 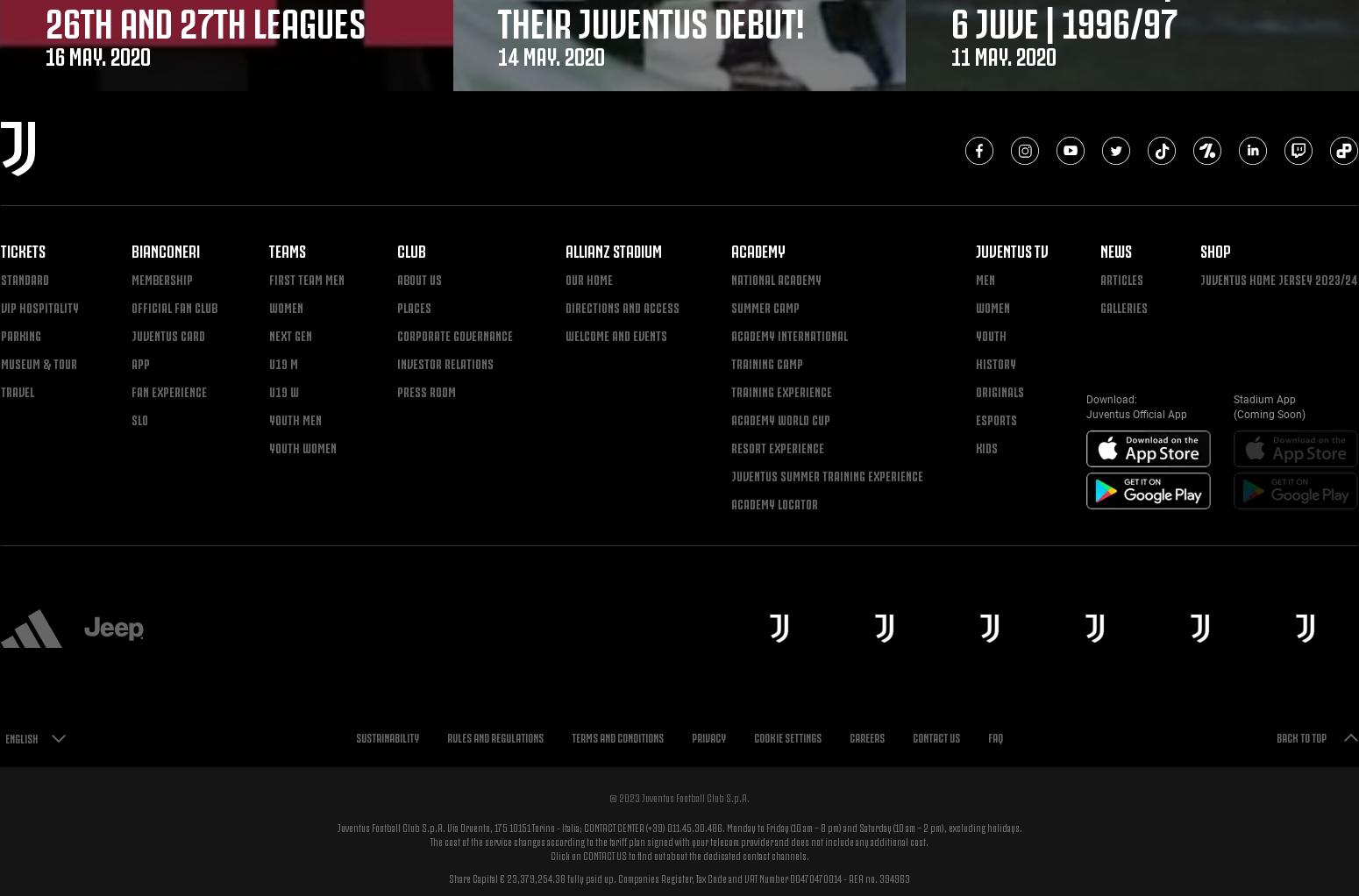 I want to click on 'Youth', so click(x=973, y=333).